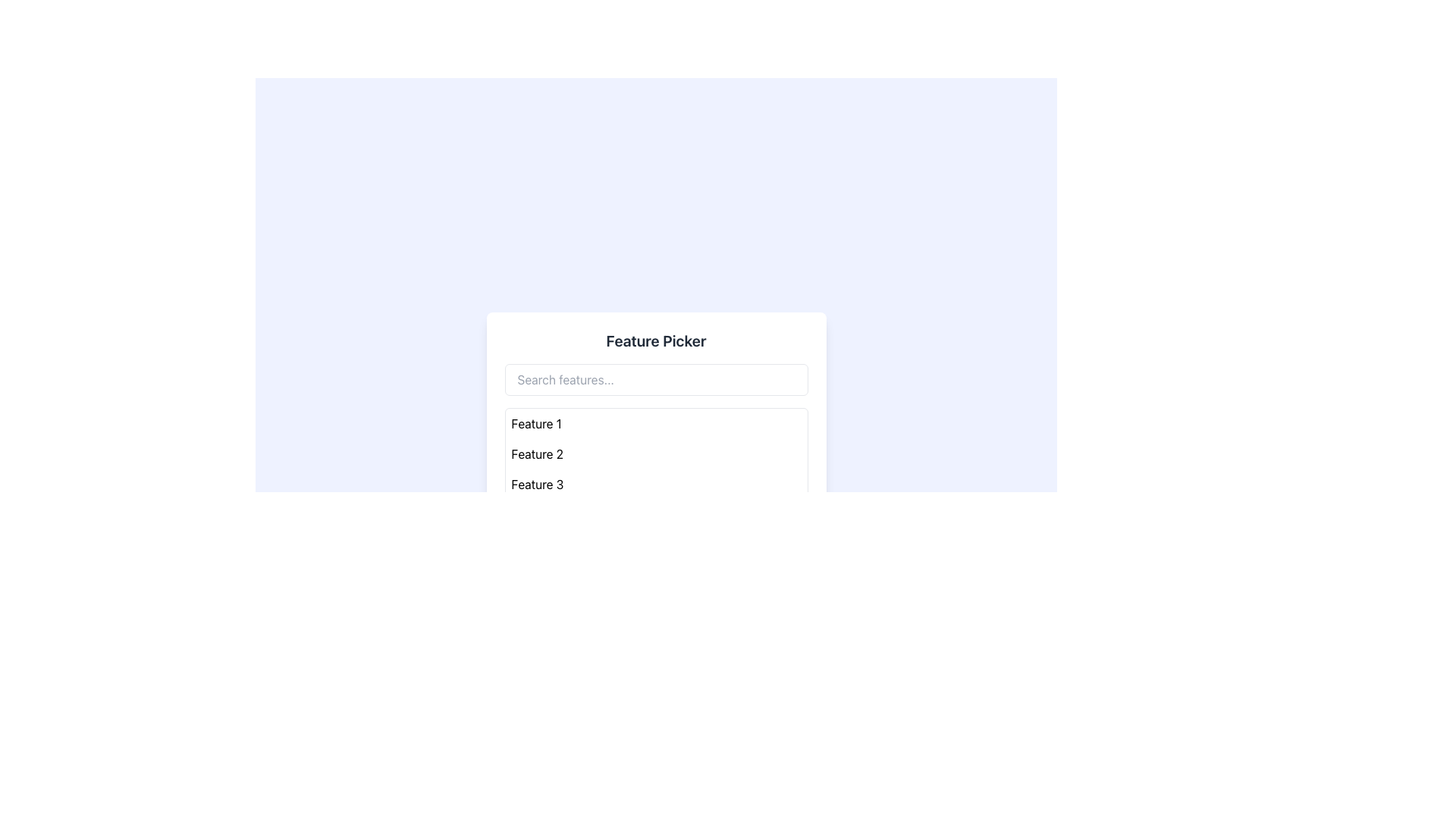 Image resolution: width=1456 pixels, height=819 pixels. What do you see at coordinates (536, 424) in the screenshot?
I see `the first item in the selectable list of feature configuration options, located below the 'Search features...' bar in a white modal` at bounding box center [536, 424].